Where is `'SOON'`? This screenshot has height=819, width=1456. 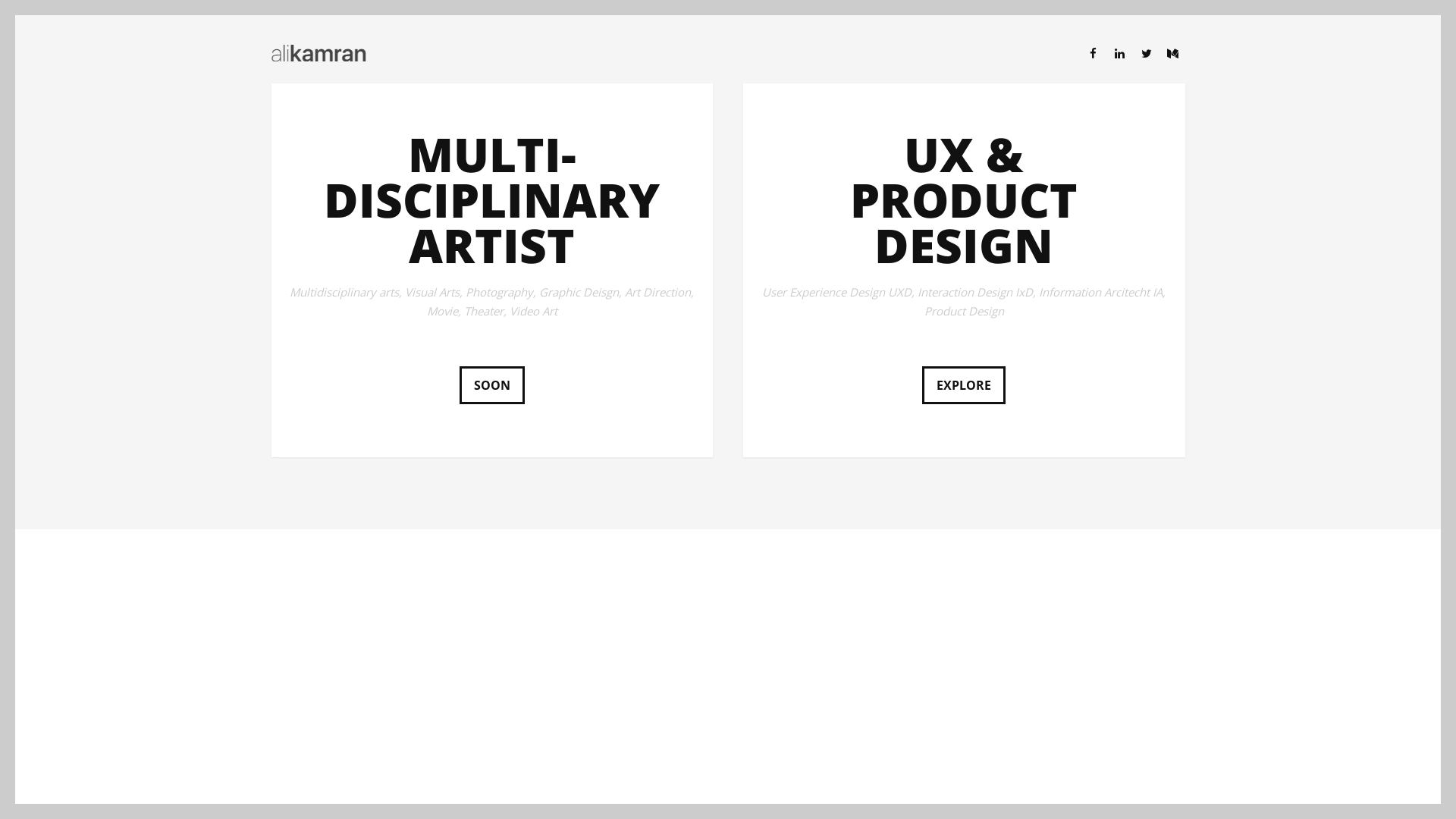 'SOON' is located at coordinates (491, 384).